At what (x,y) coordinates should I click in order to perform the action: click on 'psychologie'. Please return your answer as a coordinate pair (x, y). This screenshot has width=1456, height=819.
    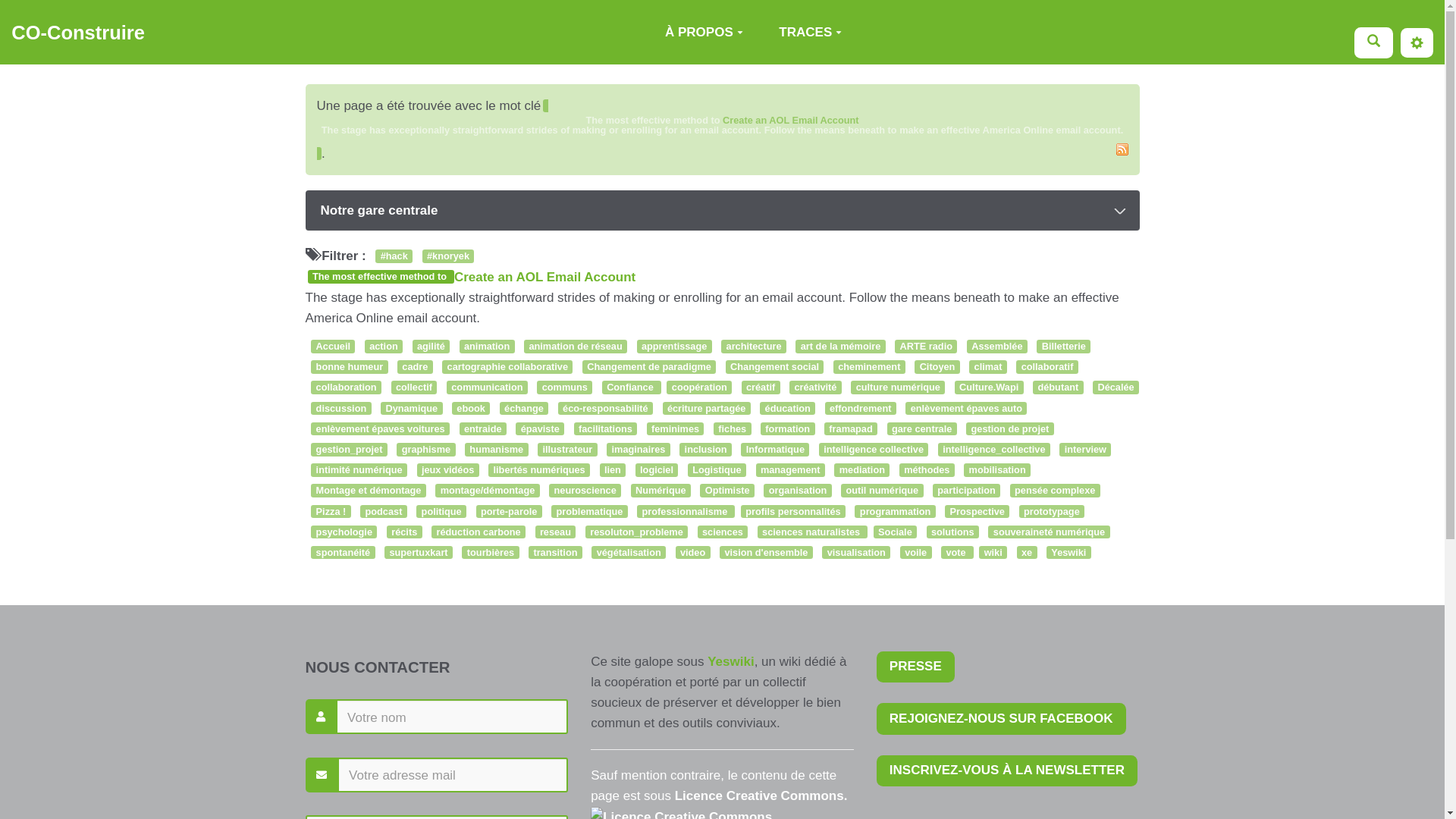
    Looking at the image, I should click on (343, 532).